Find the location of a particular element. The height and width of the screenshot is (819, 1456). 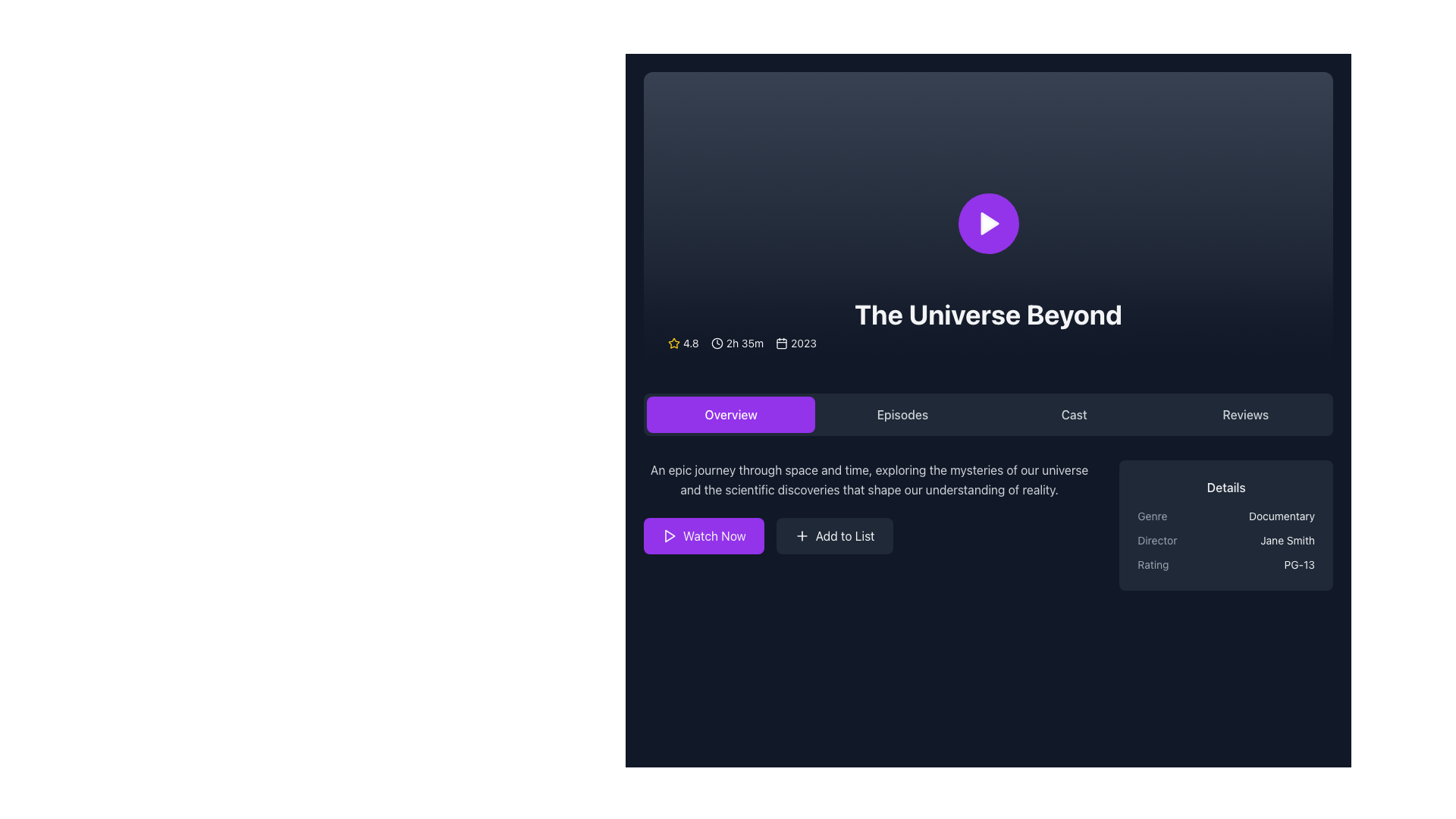

the circular purple play button located in the center of the prominent banner titled 'The Universe Beyond' is located at coordinates (988, 223).